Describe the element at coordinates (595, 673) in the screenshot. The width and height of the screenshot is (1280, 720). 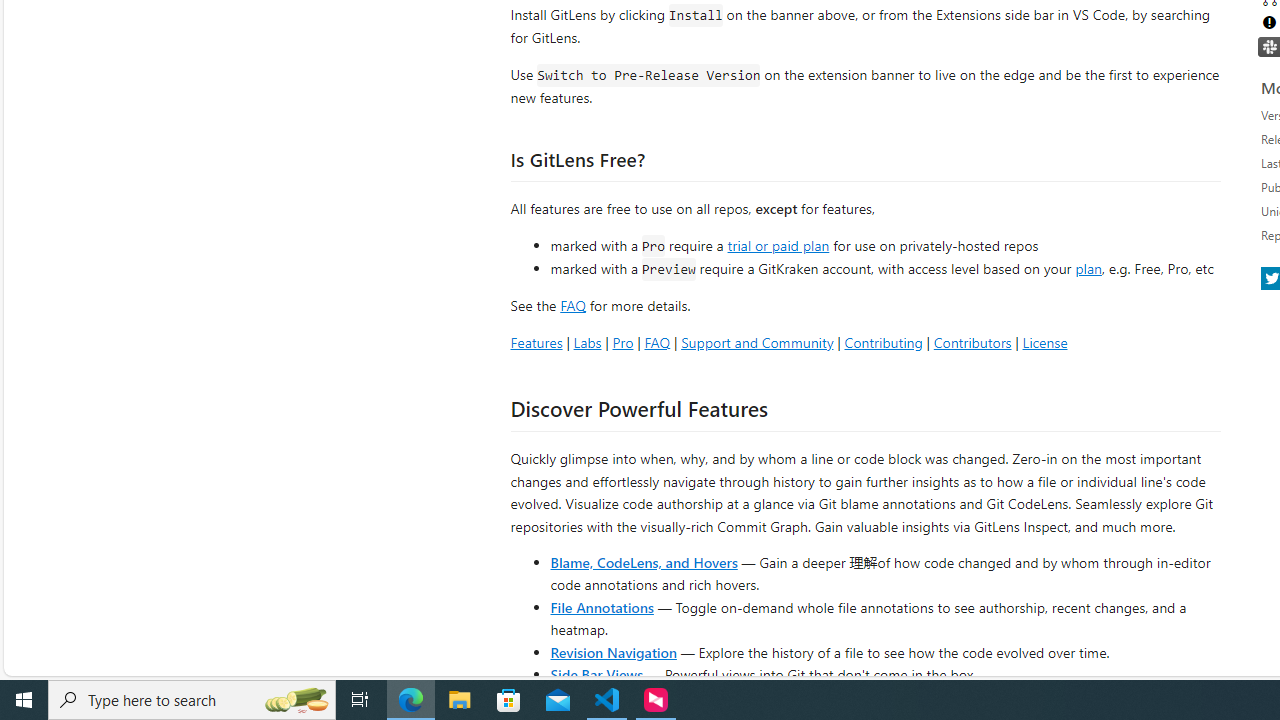
I see `'Side Bar Views'` at that location.